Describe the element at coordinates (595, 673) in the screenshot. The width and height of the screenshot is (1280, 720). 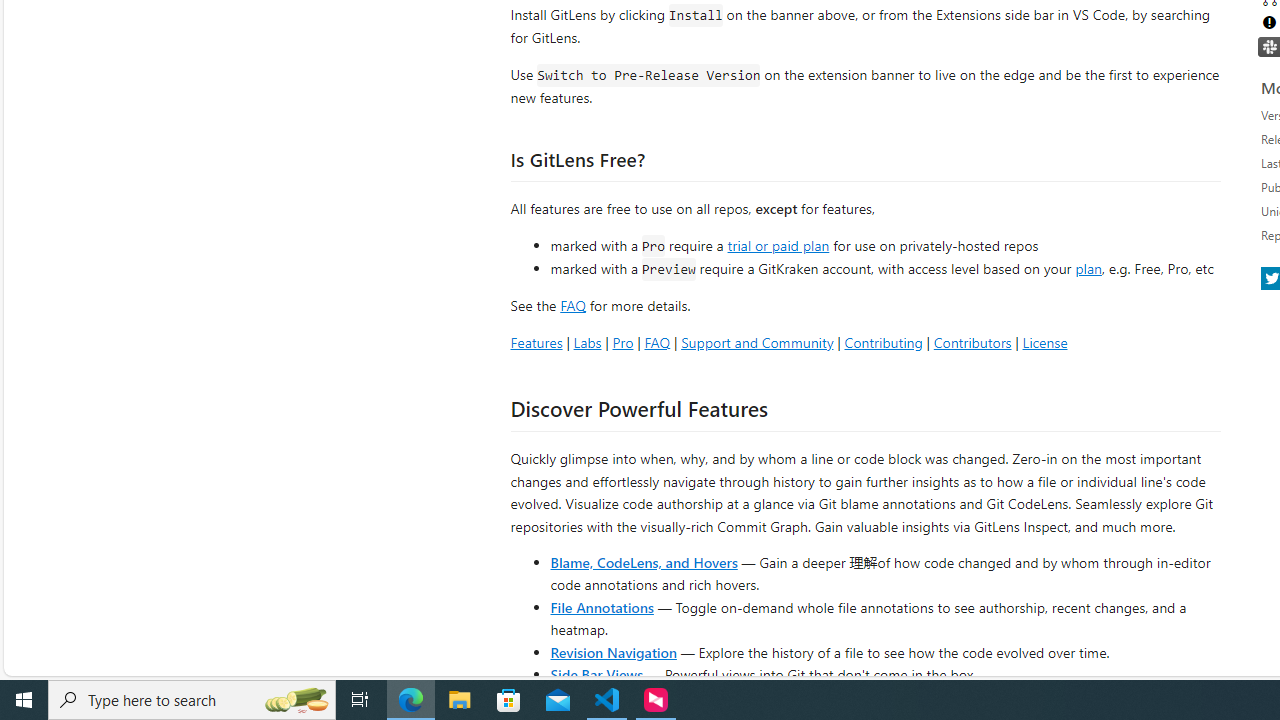
I see `'Side Bar Views'` at that location.